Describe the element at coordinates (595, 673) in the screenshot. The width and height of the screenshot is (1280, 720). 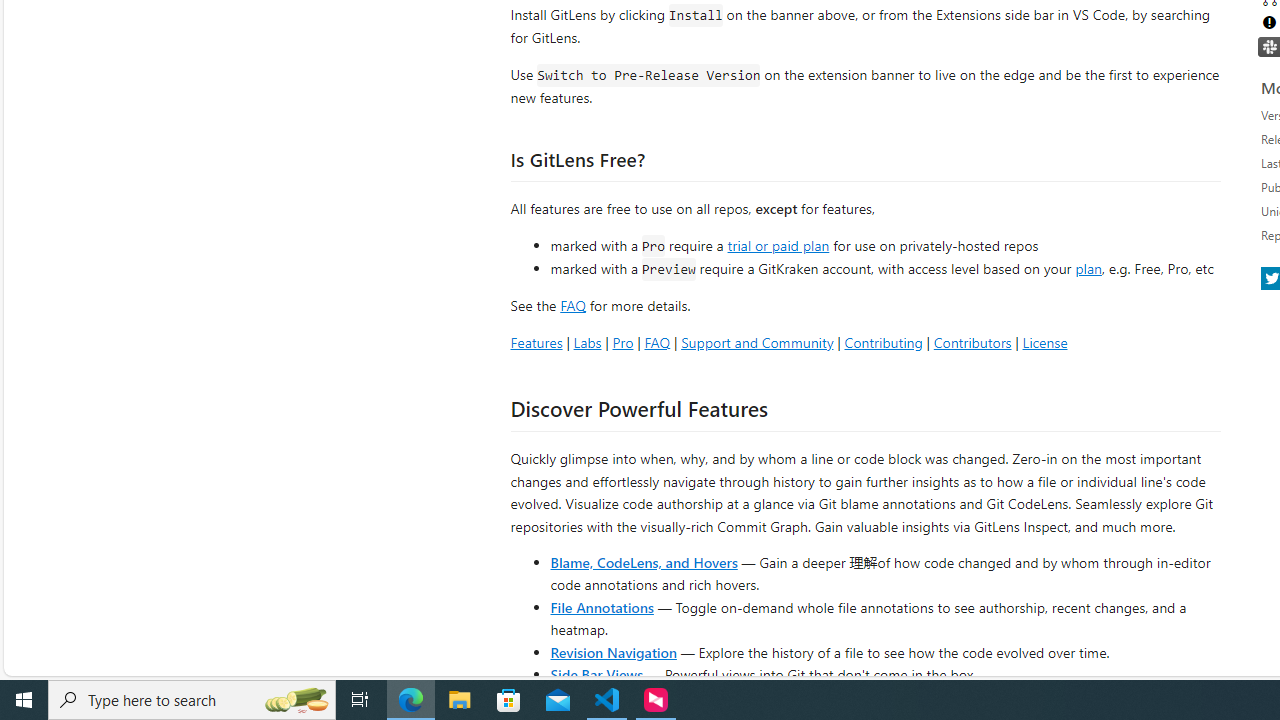
I see `'Side Bar Views'` at that location.